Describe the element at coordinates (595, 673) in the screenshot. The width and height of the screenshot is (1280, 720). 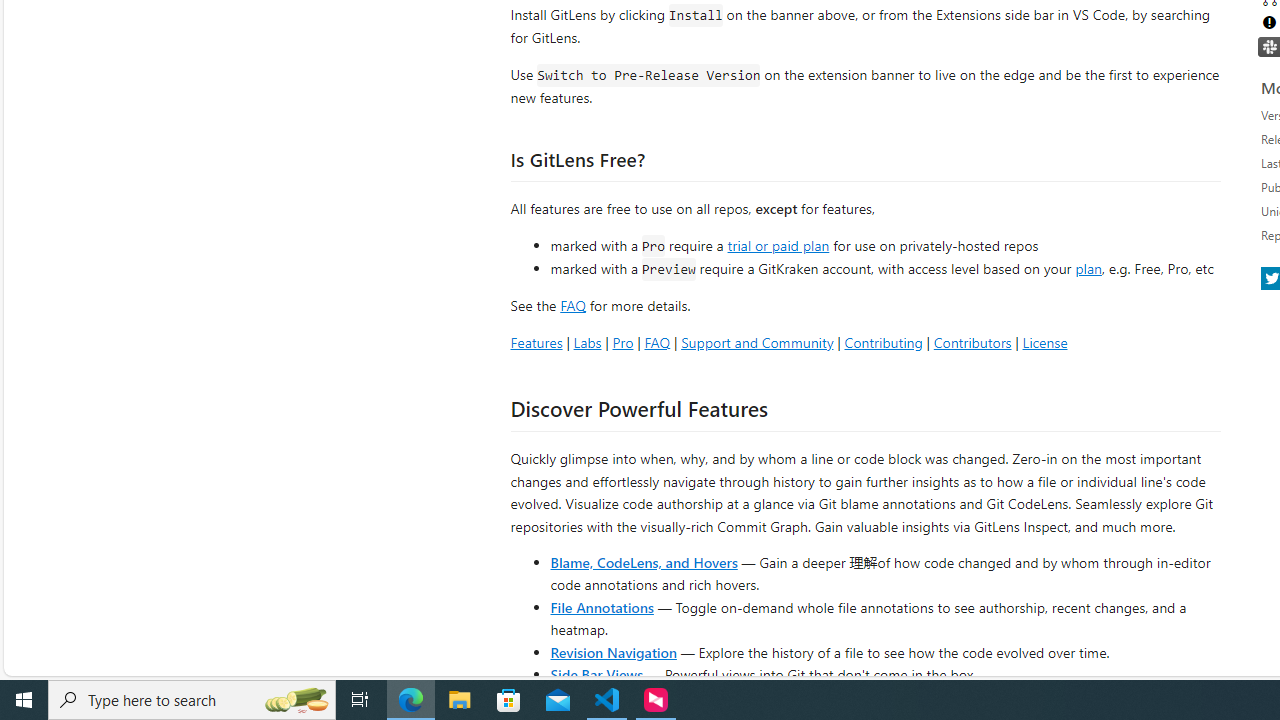
I see `'Side Bar Views'` at that location.